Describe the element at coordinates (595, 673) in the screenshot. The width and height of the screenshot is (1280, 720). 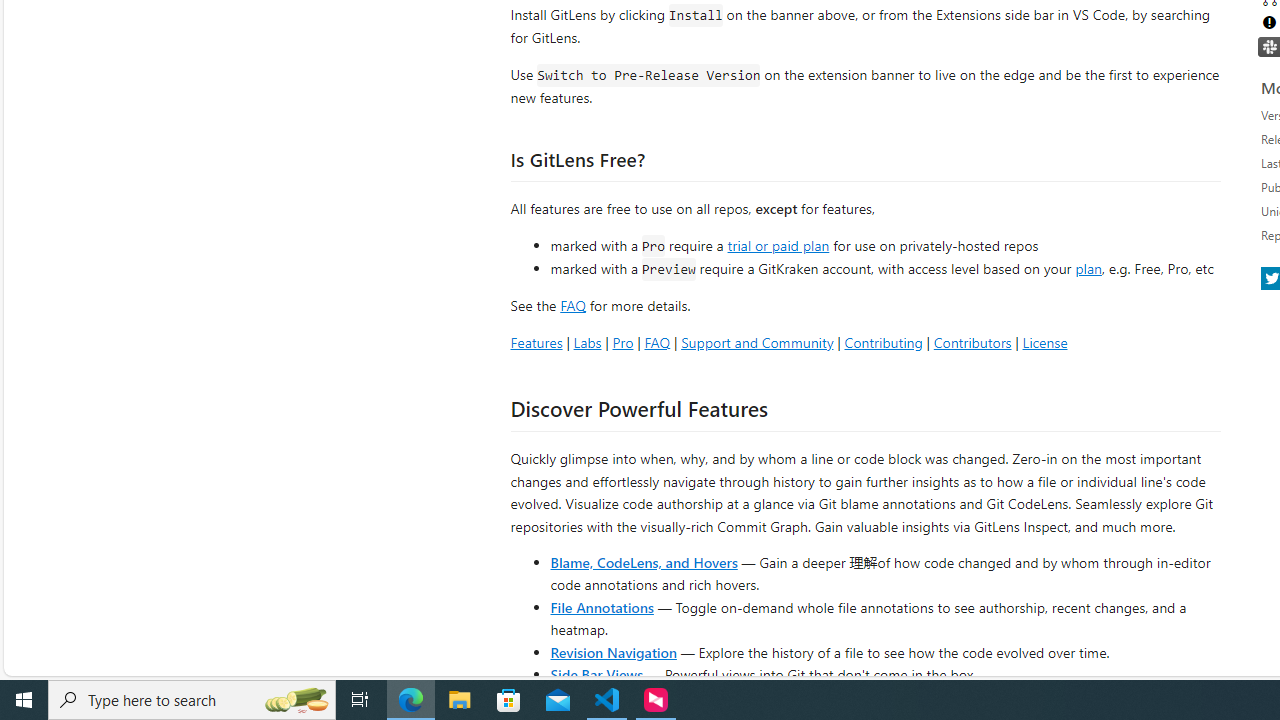
I see `'Side Bar Views'` at that location.